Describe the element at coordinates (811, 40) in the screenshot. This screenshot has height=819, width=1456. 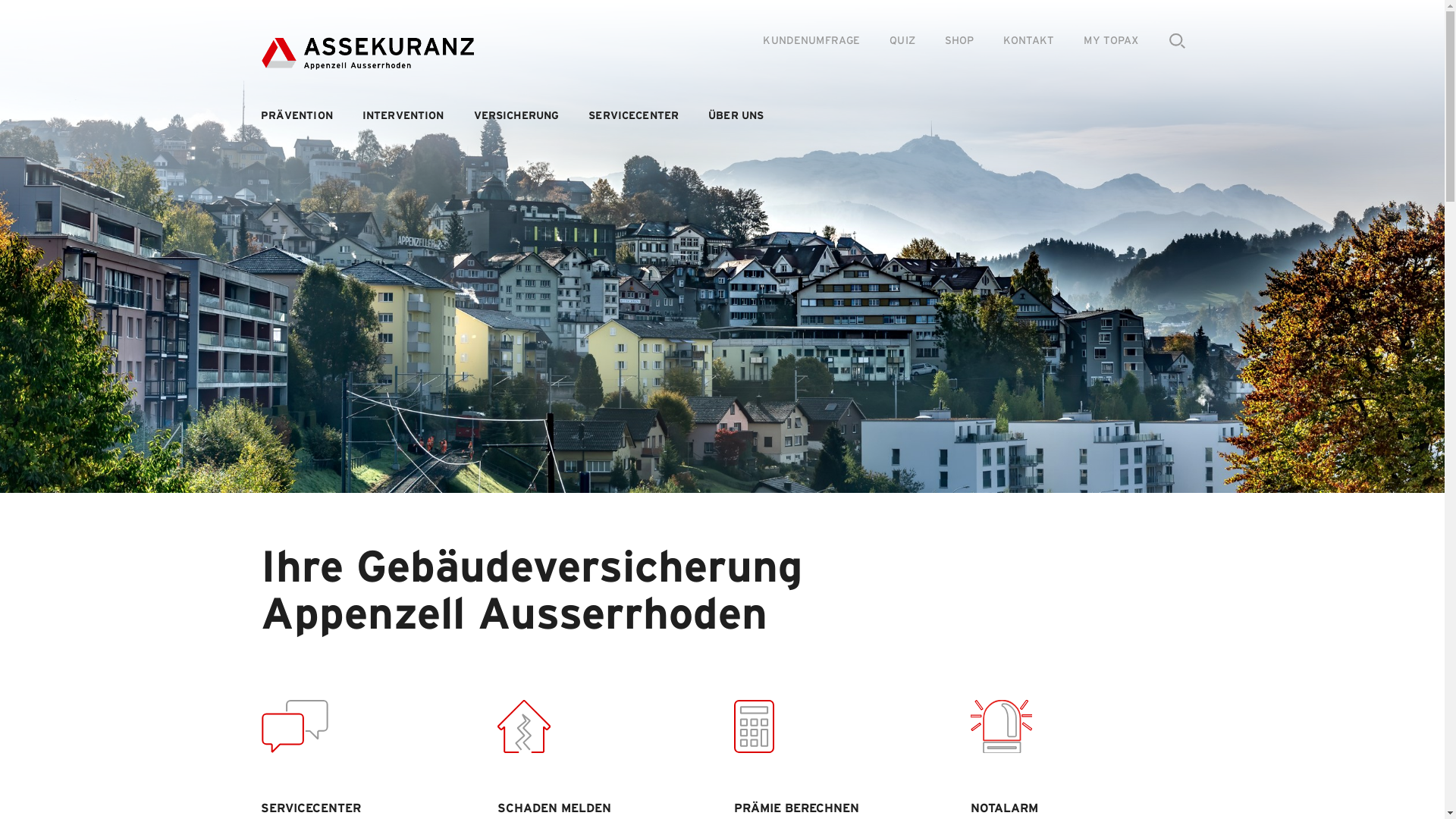
I see `'KUNDENUMFRAGE'` at that location.